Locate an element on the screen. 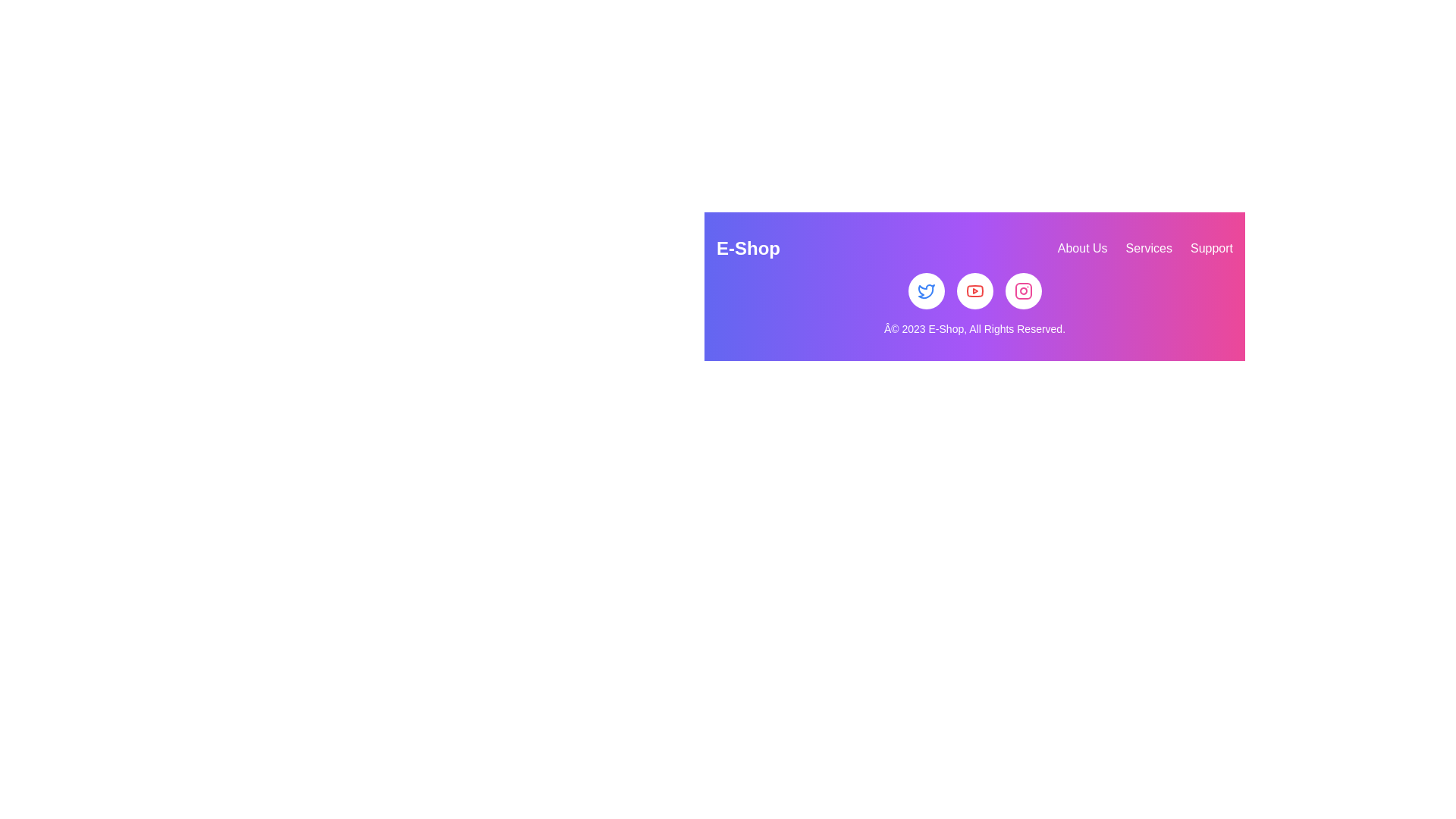 Image resolution: width=1456 pixels, height=819 pixels. the third social media icon in the footer section is located at coordinates (1023, 291).